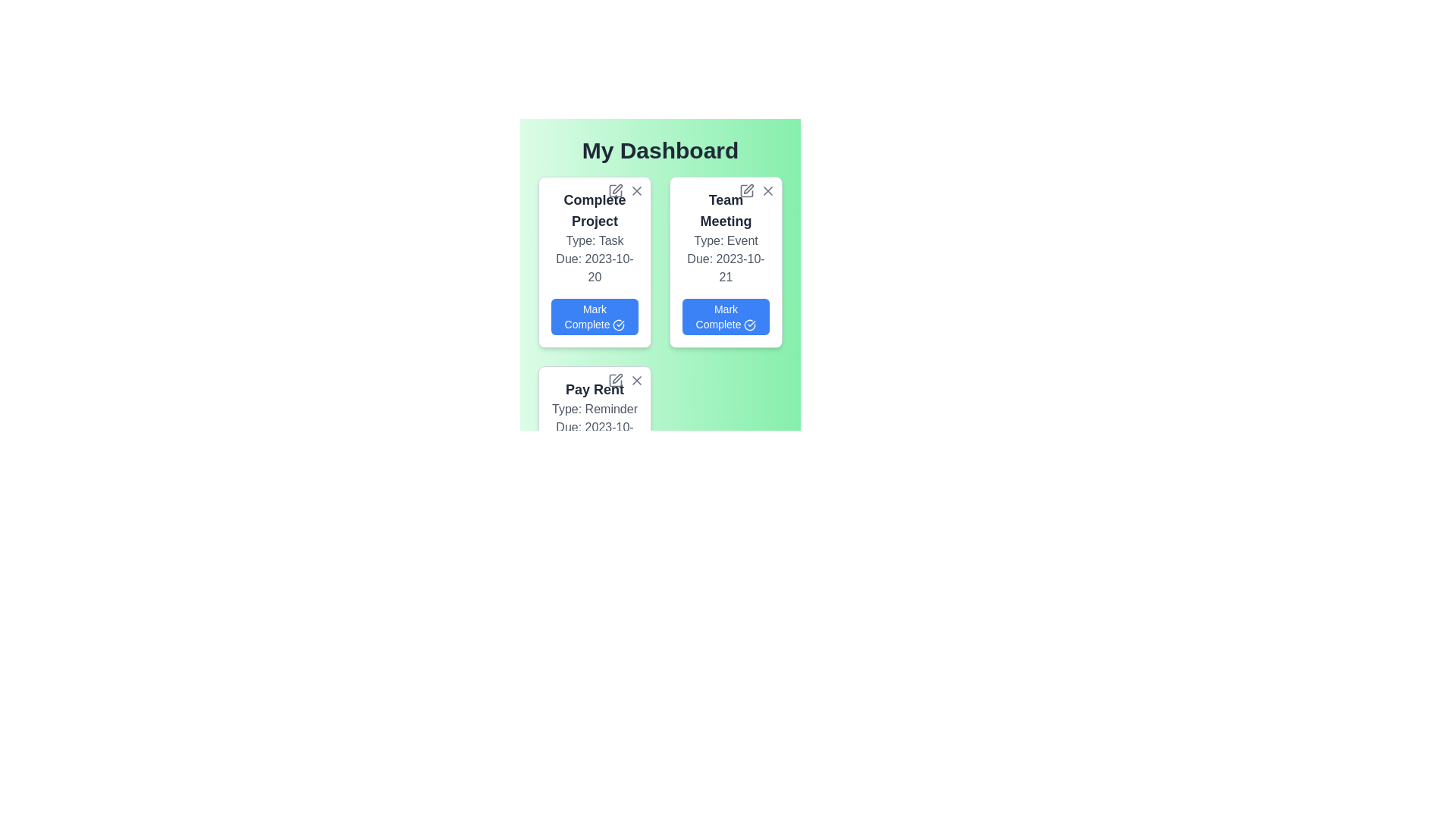  Describe the element at coordinates (594, 315) in the screenshot. I see `the 'Complete Project' button located at the bottom of the first card in the grid` at that location.